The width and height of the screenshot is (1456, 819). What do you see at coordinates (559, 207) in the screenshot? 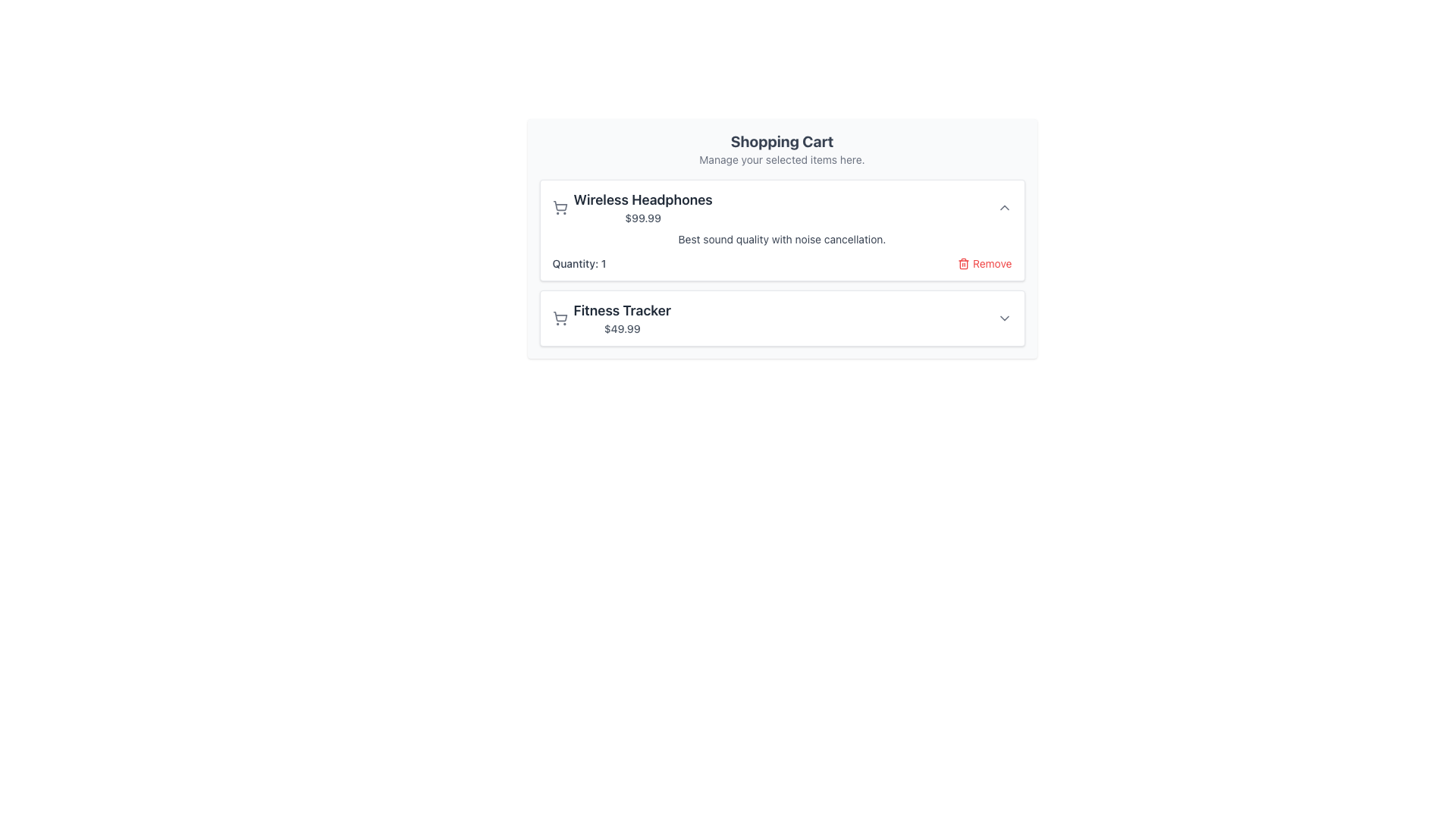
I see `the shopping cart icon, which is a minimalist linear design located to the left of the text 'Wireless Headphones' and aligned with the top of the text block` at bounding box center [559, 207].